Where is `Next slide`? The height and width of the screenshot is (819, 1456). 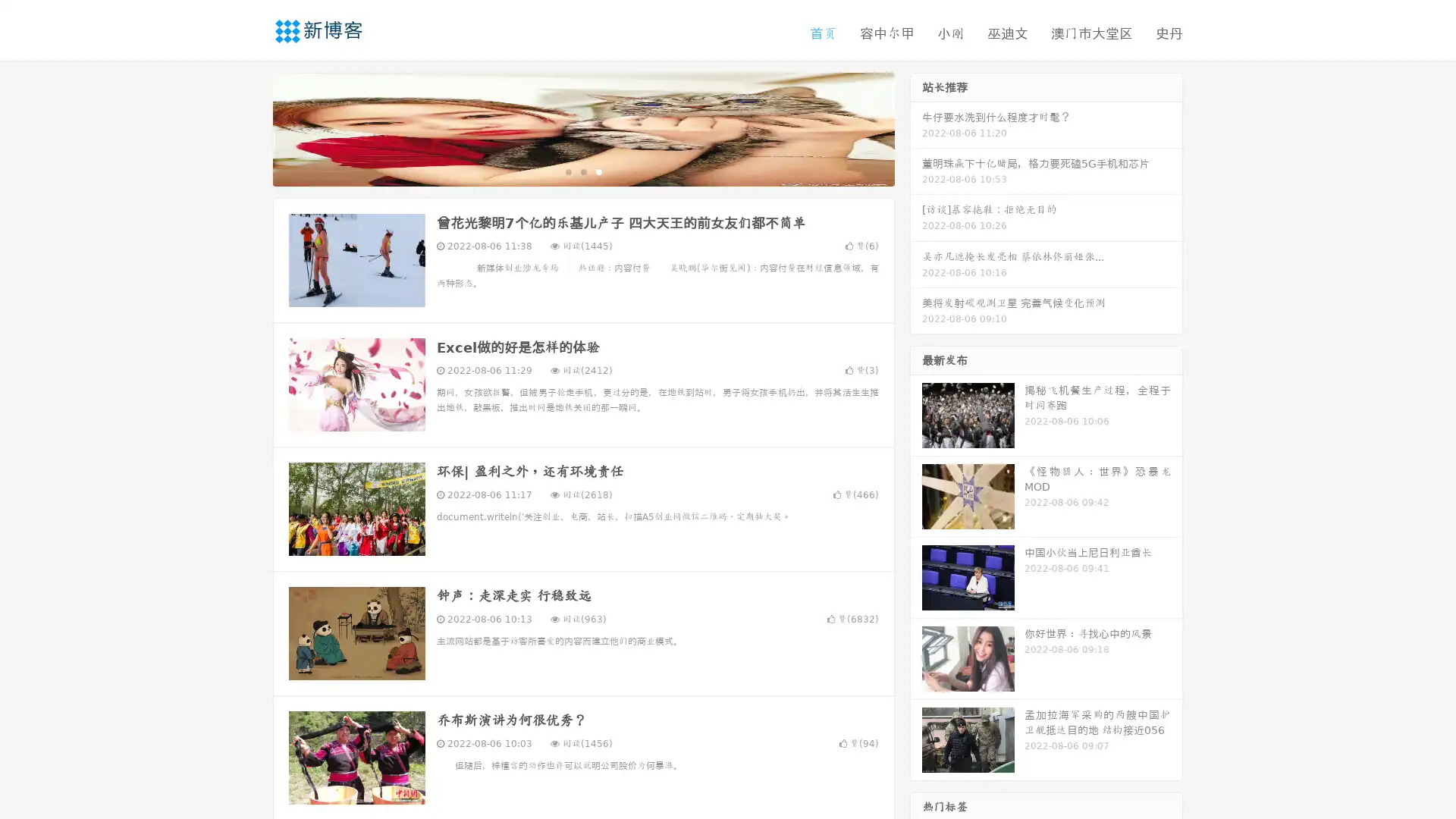 Next slide is located at coordinates (916, 127).